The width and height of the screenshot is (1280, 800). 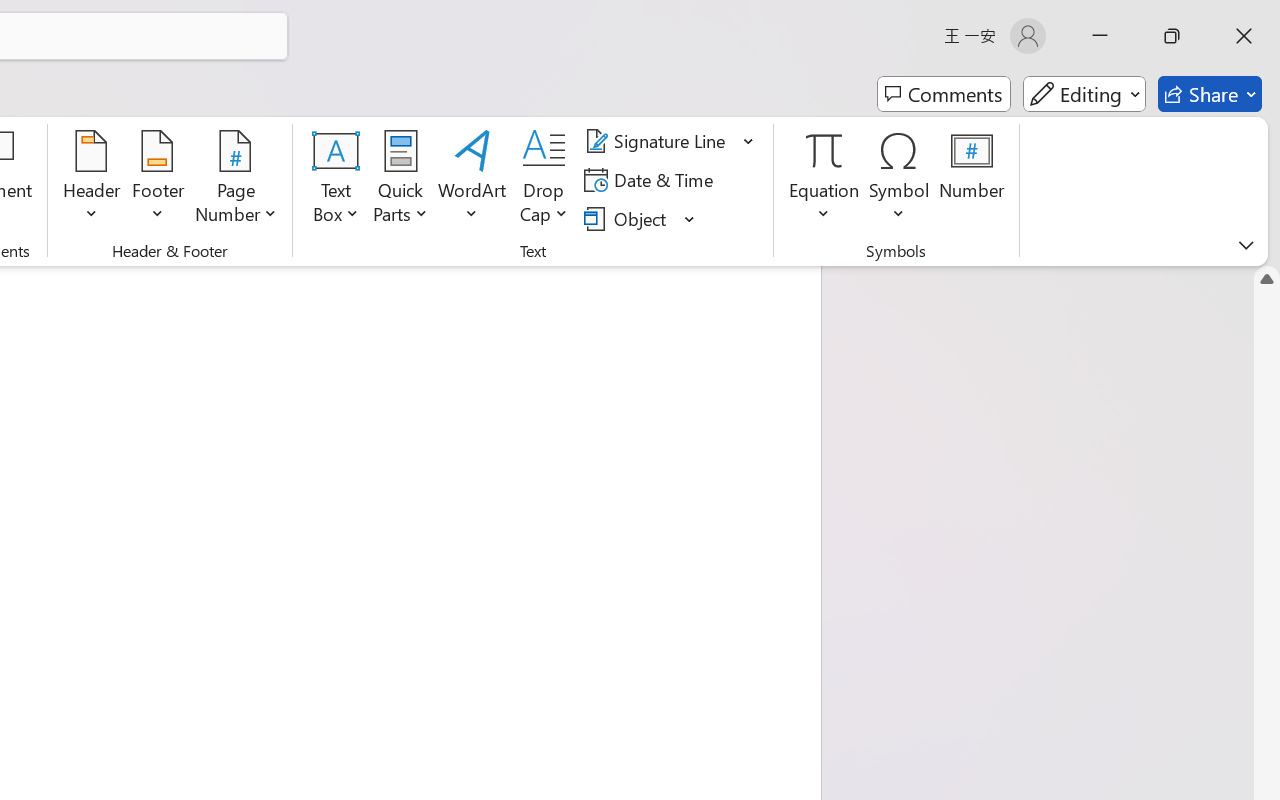 I want to click on 'Footer', so click(x=157, y=179).